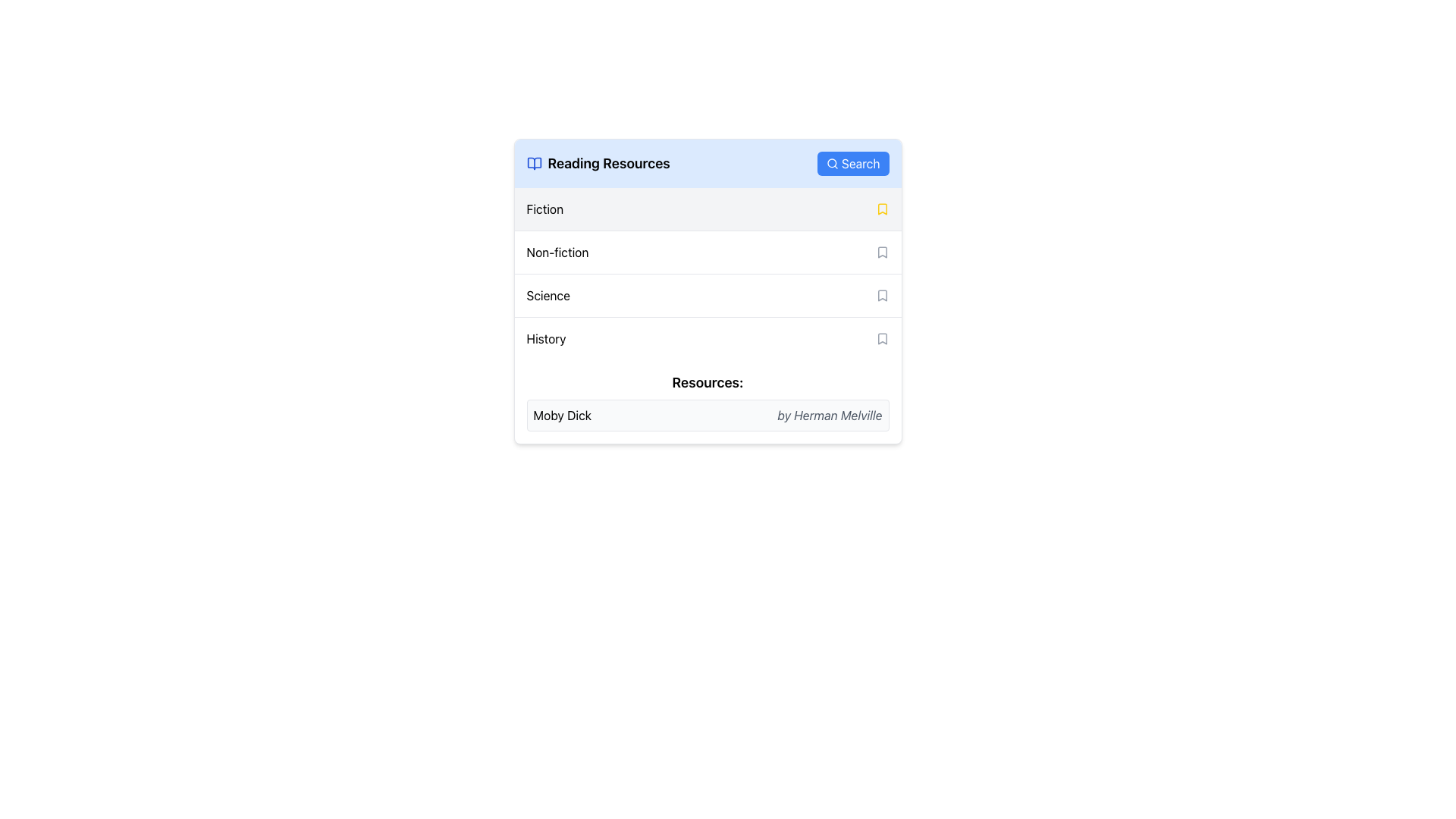 The height and width of the screenshot is (819, 1456). Describe the element at coordinates (557, 251) in the screenshot. I see `the text label displaying 'Non-fiction', which is located below the header 'Reading Resources' and is the second item in the list` at that location.